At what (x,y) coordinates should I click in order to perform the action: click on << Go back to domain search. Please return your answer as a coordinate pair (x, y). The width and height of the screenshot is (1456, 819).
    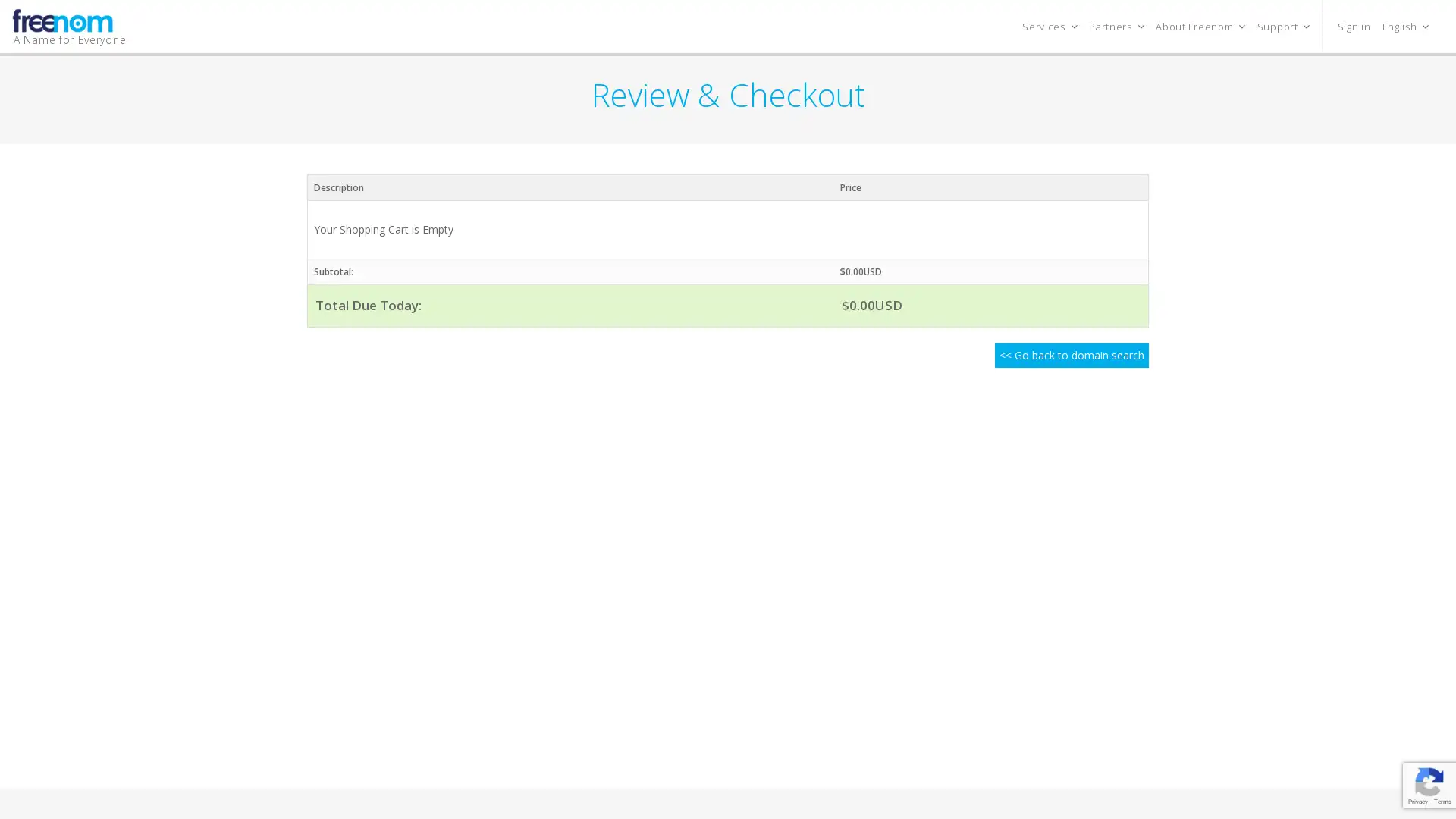
    Looking at the image, I should click on (1071, 354).